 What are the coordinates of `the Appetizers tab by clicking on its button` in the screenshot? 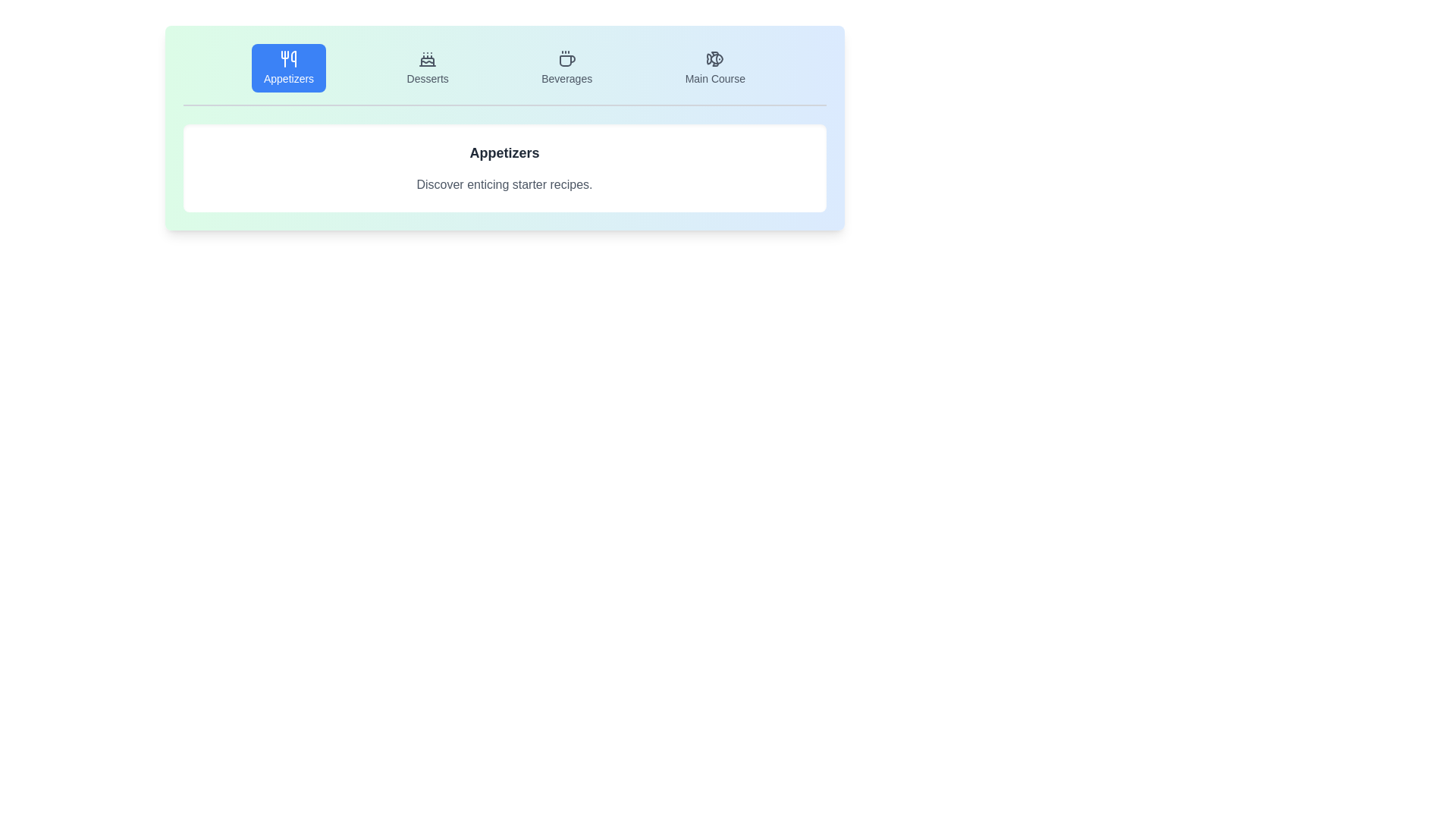 It's located at (289, 67).